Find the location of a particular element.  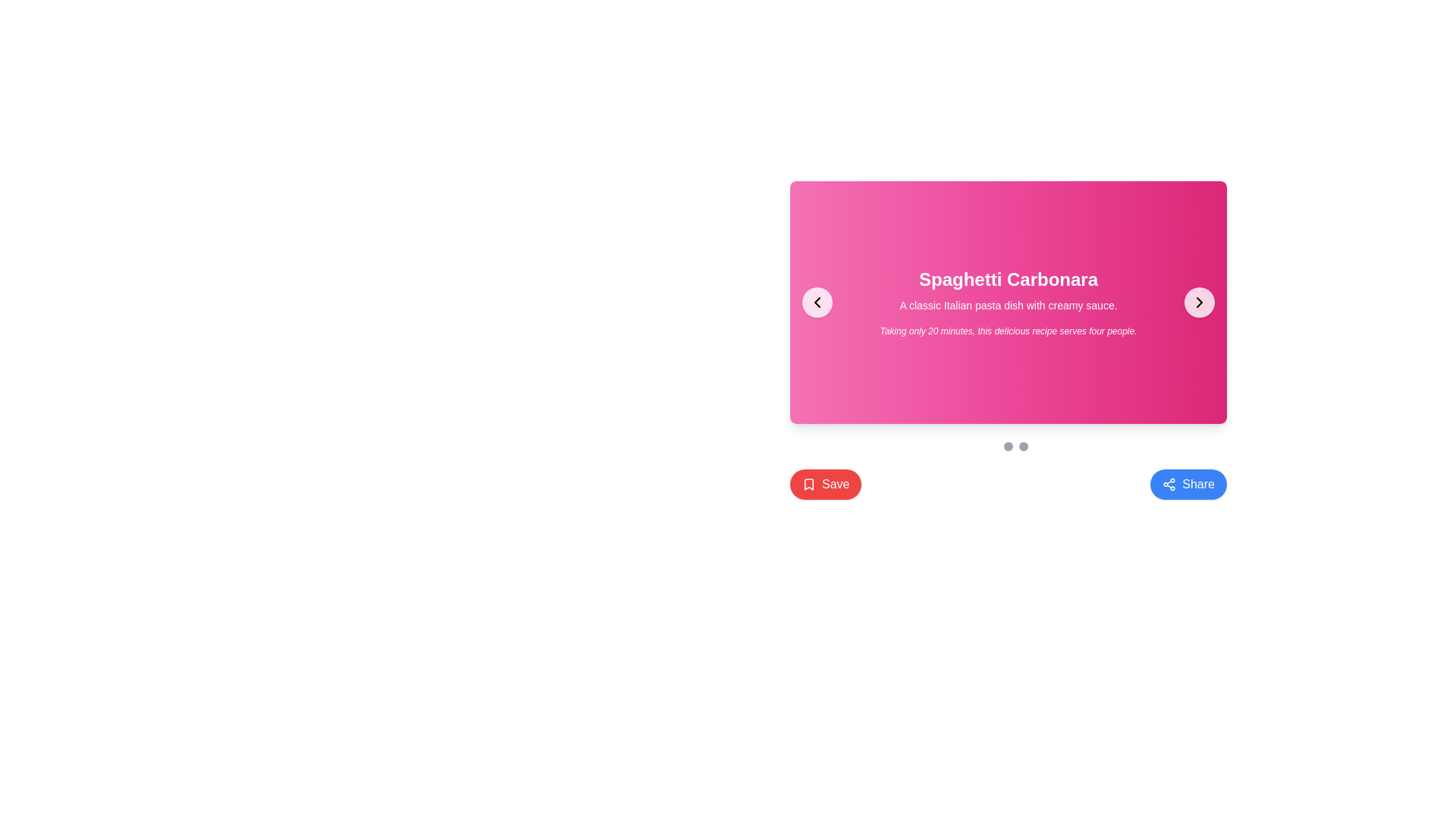

the second gray circular Pagination dot to focus is located at coordinates (1008, 446).